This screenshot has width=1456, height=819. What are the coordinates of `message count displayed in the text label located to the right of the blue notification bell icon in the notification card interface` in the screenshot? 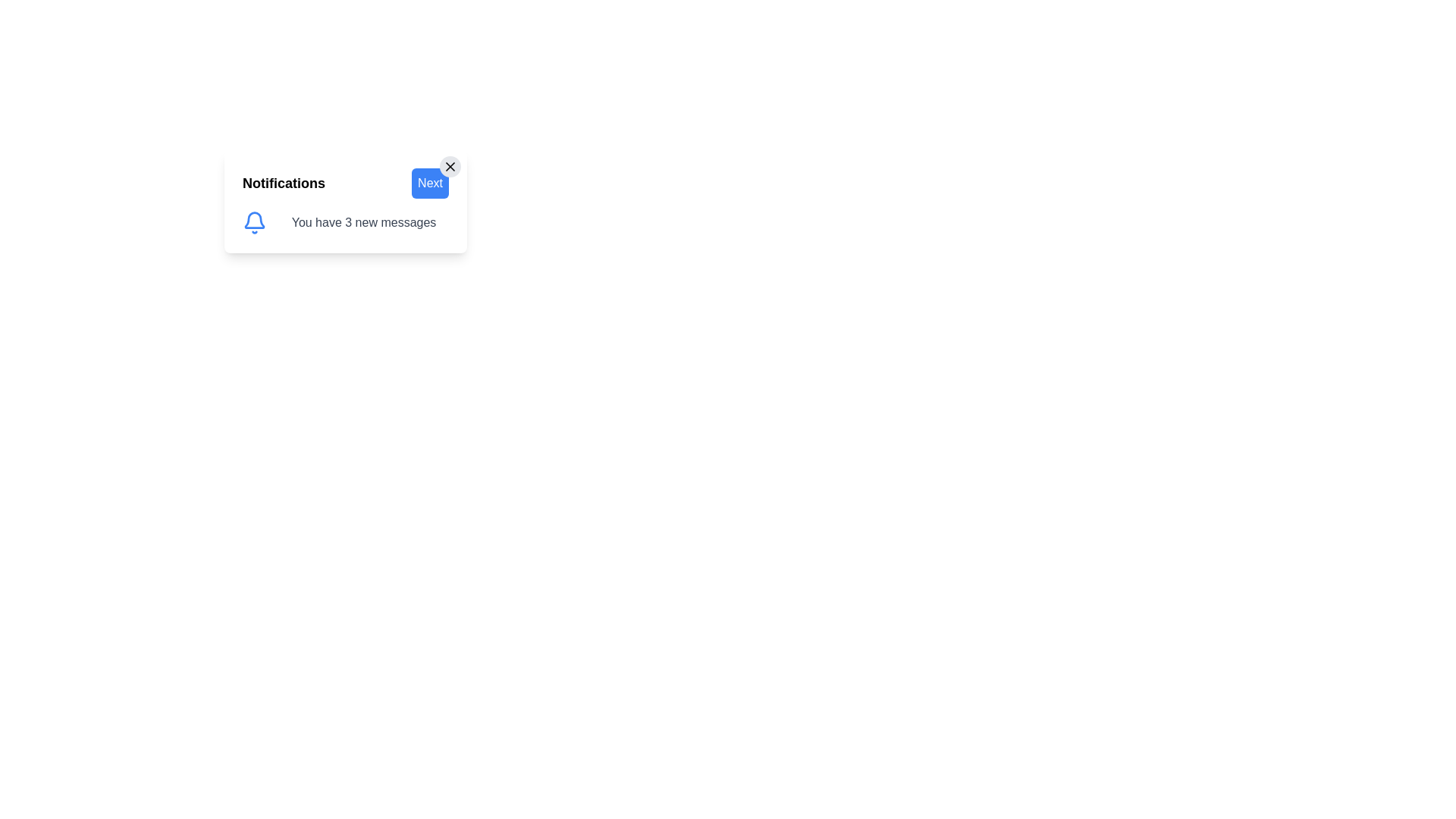 It's located at (364, 222).